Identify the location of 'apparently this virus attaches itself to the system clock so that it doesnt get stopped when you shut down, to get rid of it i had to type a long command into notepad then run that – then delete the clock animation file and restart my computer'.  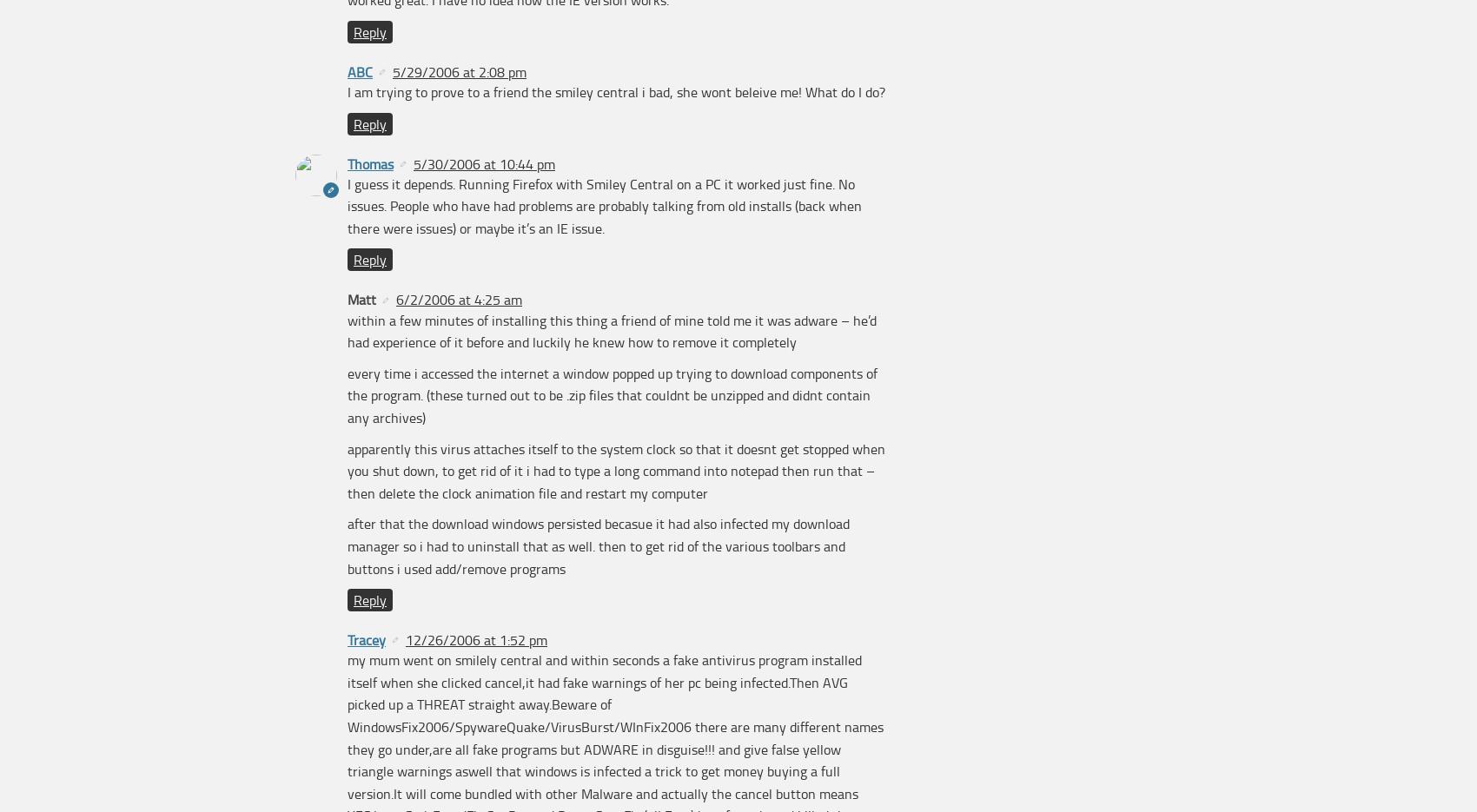
(616, 469).